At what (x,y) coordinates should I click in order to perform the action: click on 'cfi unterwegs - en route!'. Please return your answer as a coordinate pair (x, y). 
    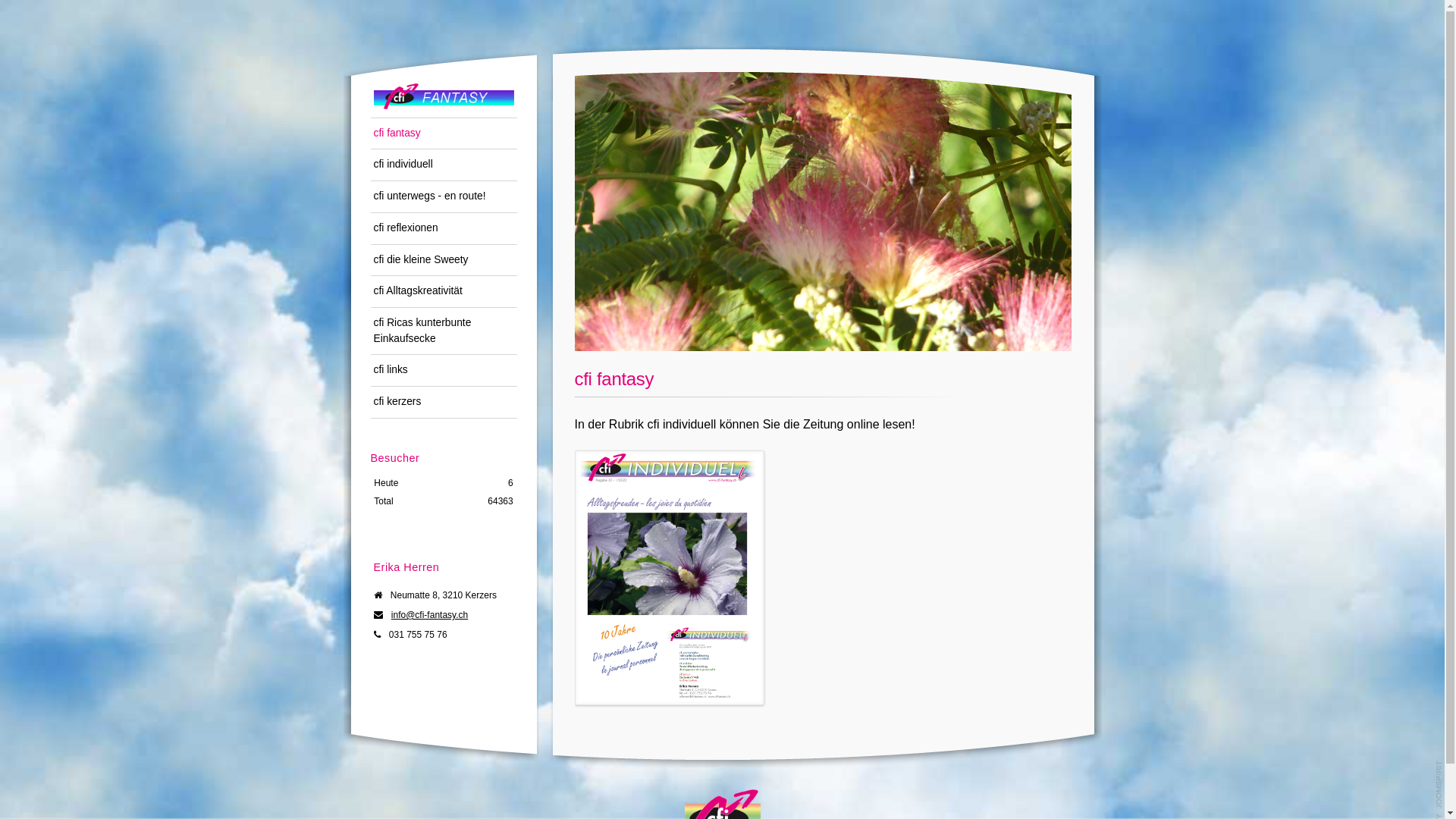
    Looking at the image, I should click on (442, 195).